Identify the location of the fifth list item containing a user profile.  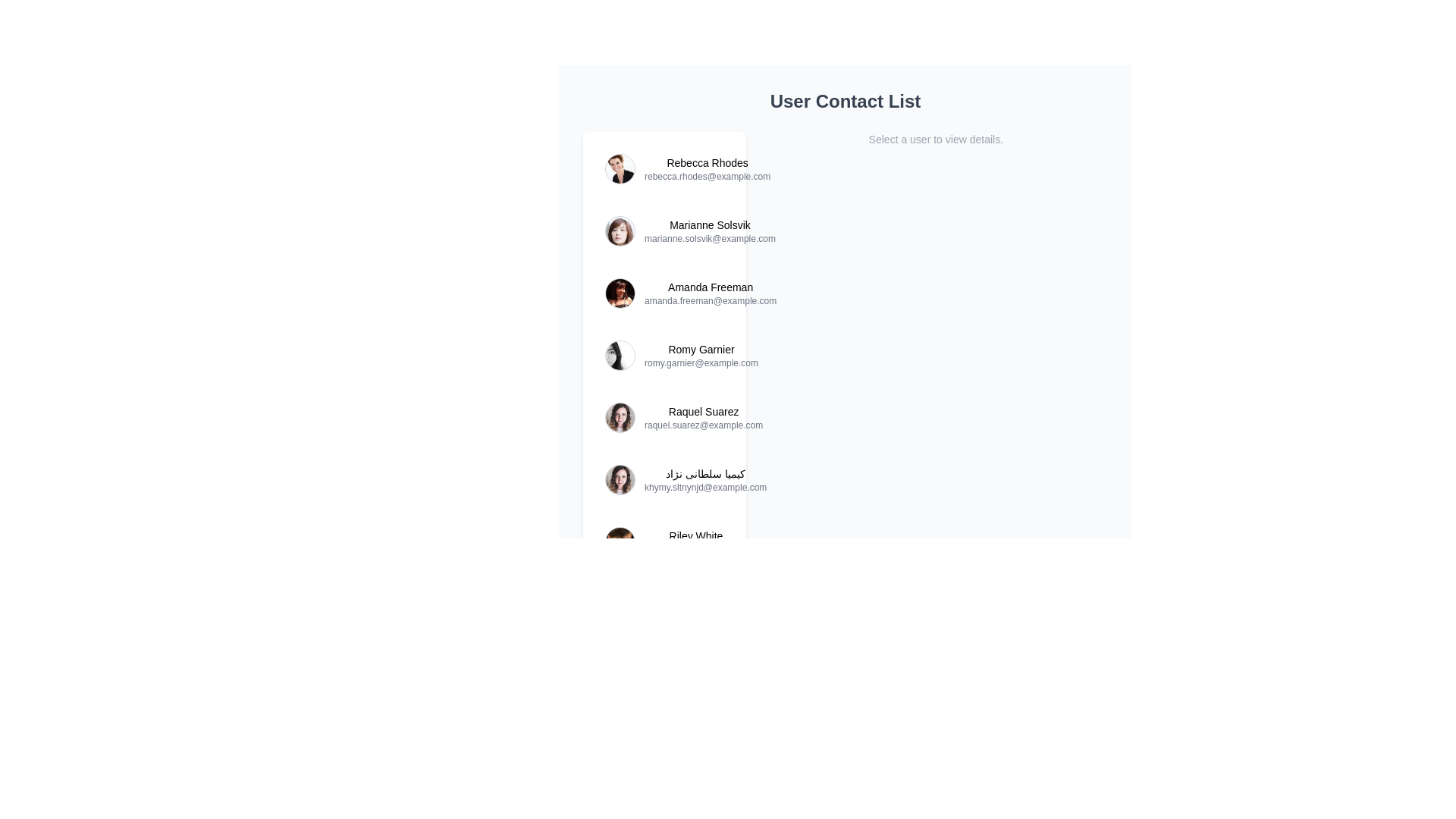
(664, 418).